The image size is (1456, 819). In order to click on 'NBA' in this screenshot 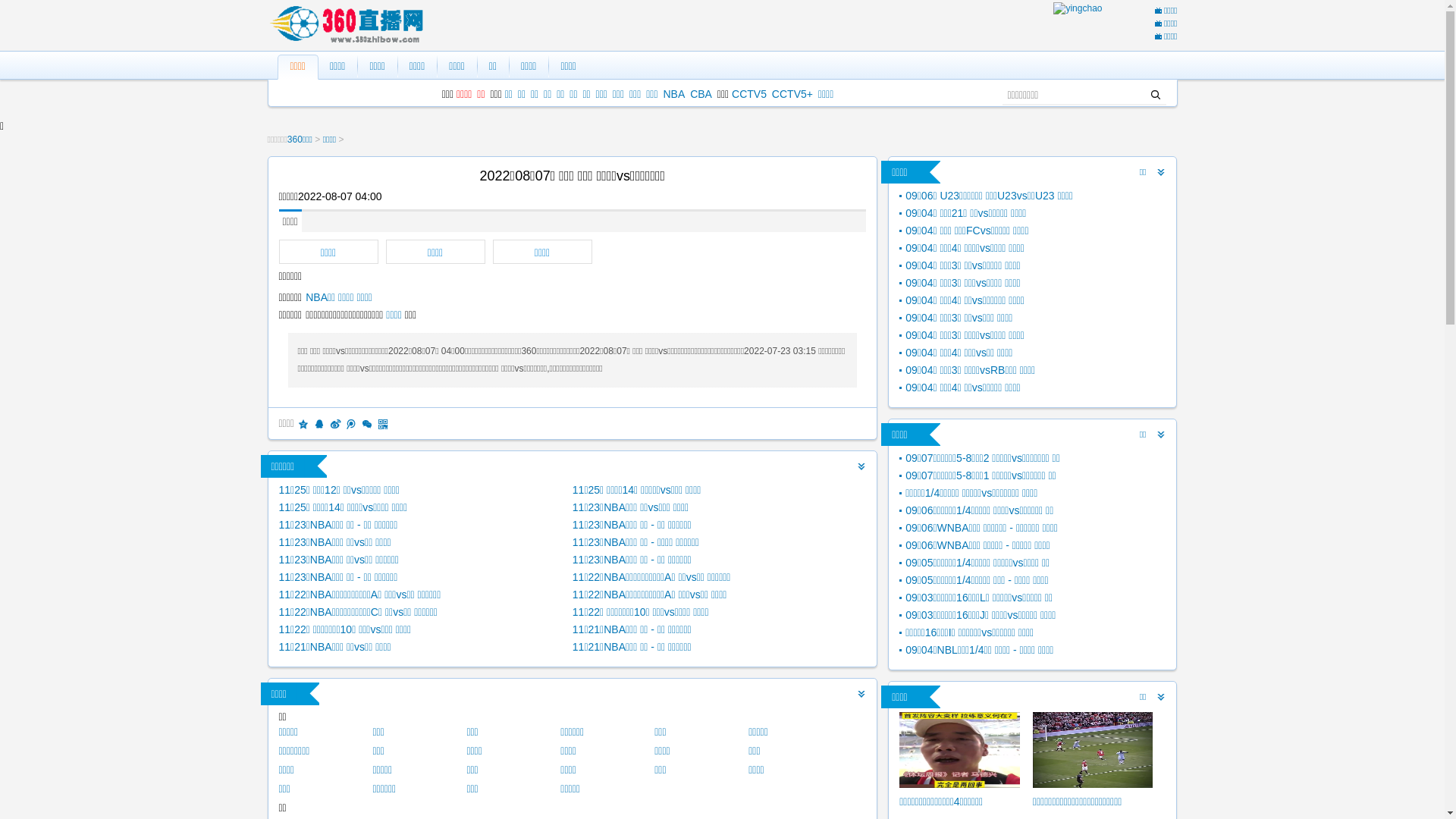, I will do `click(673, 93)`.